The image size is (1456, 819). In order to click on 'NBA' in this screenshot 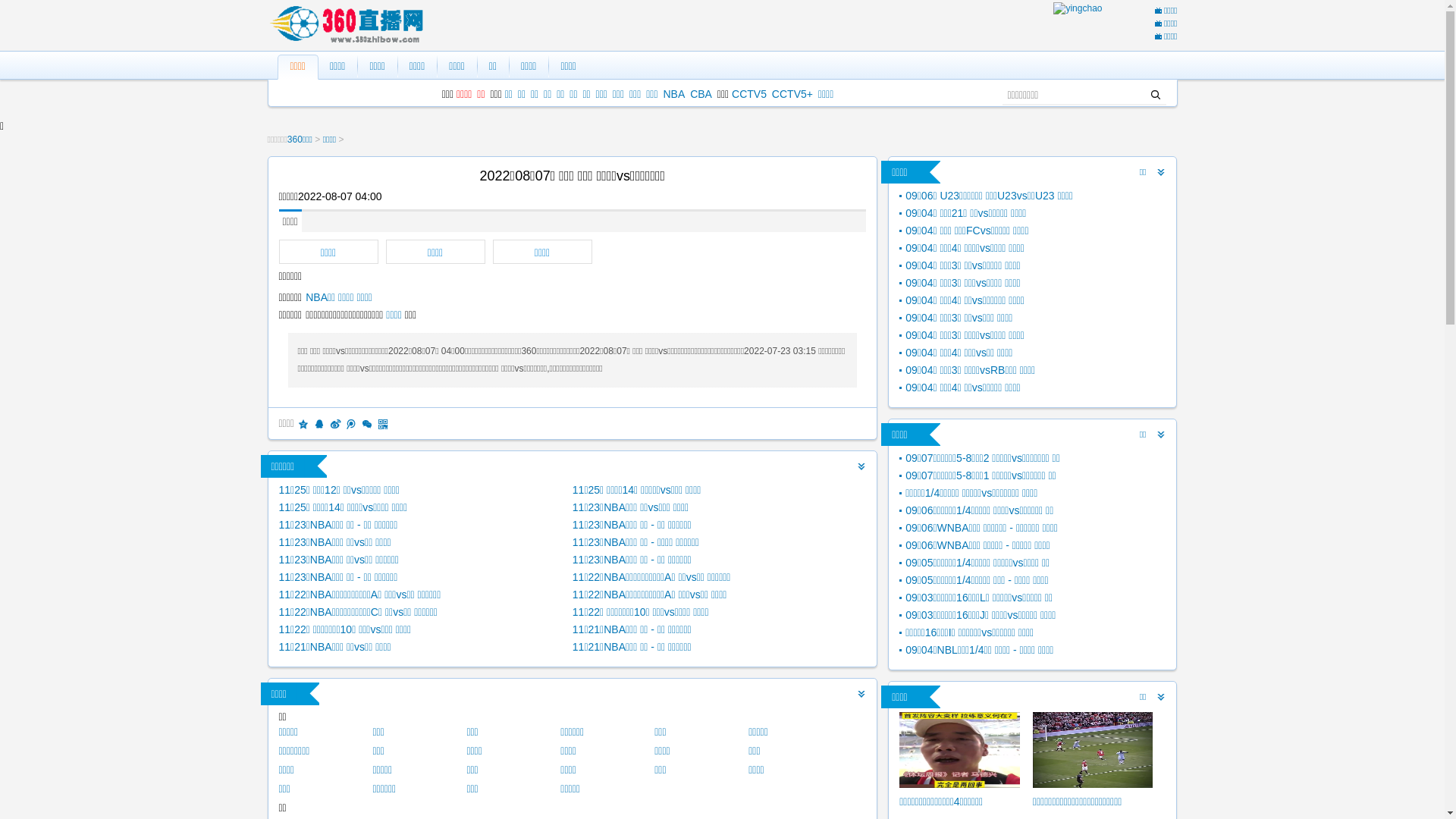, I will do `click(673, 93)`.